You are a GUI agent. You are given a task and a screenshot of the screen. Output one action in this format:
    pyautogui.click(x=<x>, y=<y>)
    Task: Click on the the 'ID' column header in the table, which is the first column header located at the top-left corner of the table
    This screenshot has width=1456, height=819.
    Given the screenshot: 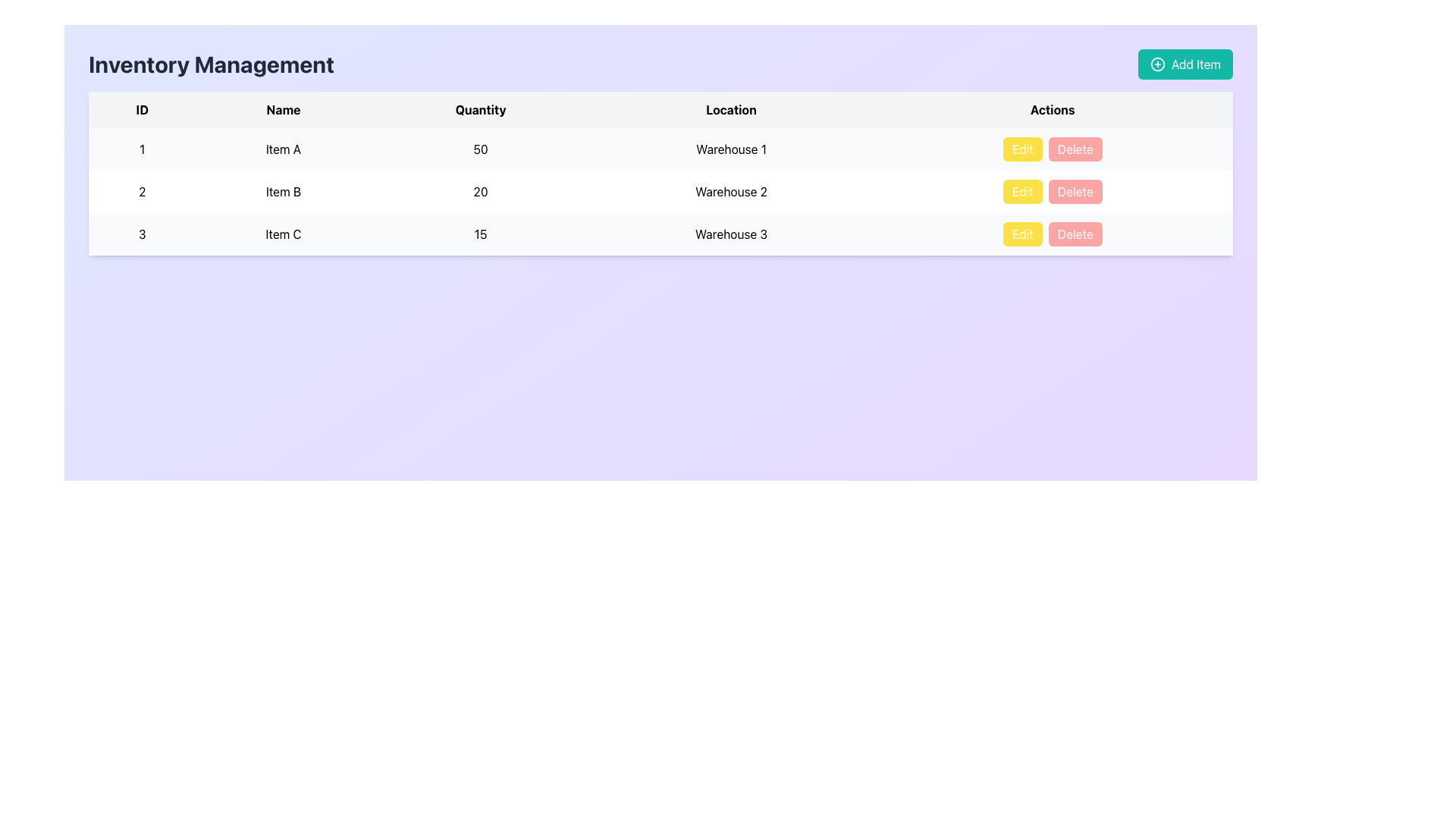 What is the action you would take?
    pyautogui.click(x=142, y=109)
    